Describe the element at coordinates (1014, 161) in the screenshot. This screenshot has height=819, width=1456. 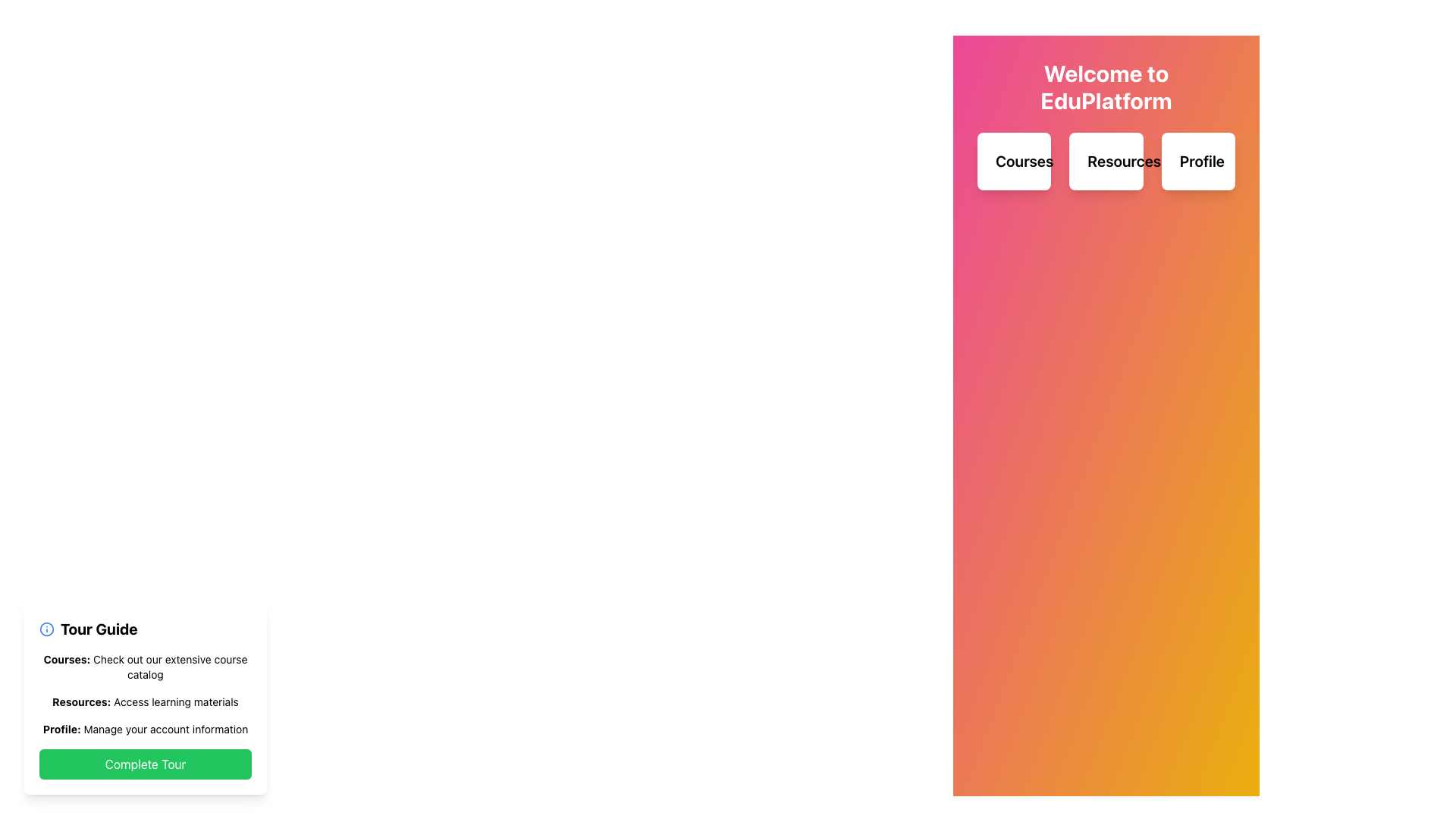
I see `the navigational button for courses located in the upper-middle region of the interface` at that location.